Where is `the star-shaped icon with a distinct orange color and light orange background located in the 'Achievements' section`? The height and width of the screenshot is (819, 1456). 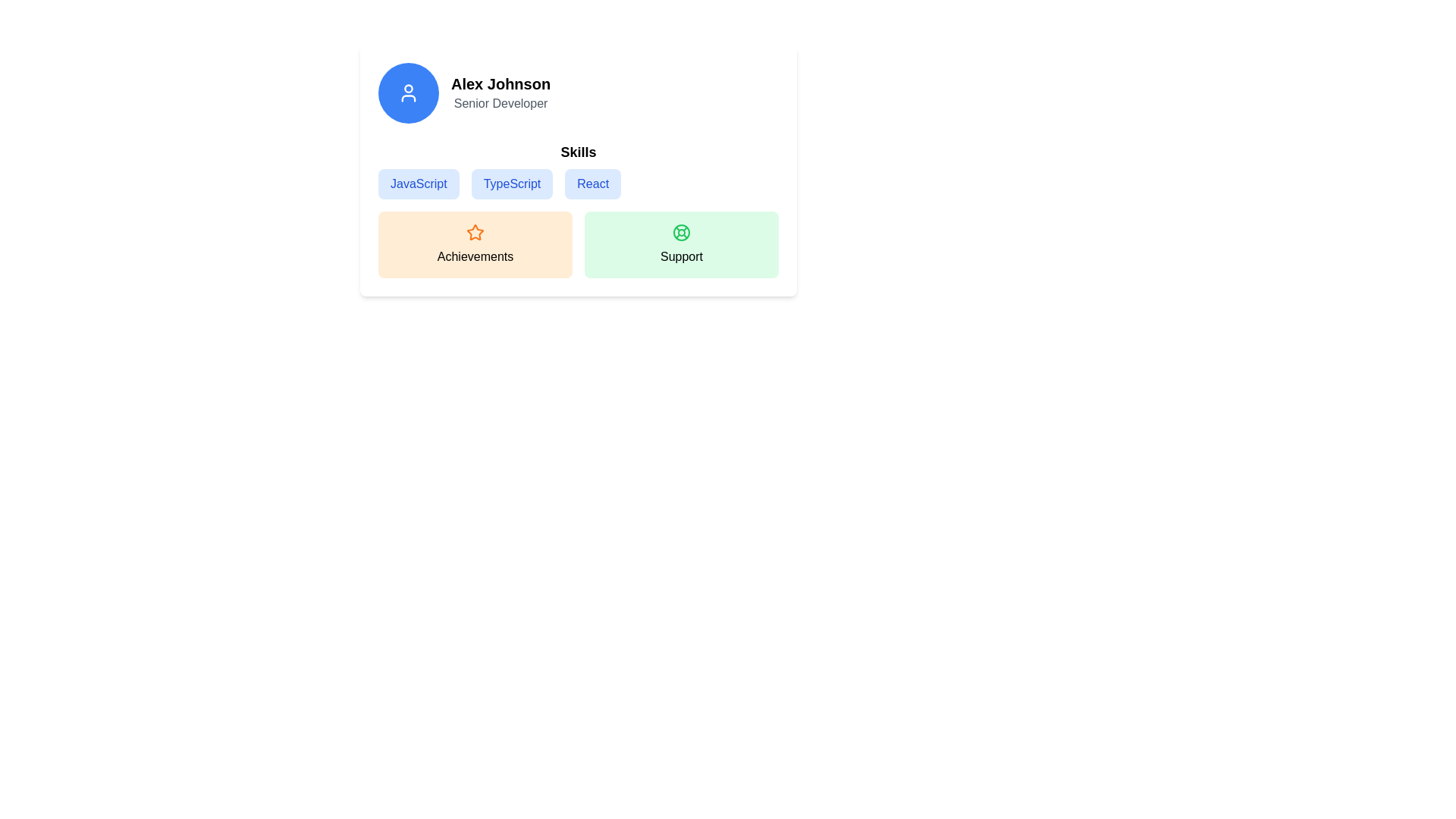
the star-shaped icon with a distinct orange color and light orange background located in the 'Achievements' section is located at coordinates (475, 233).